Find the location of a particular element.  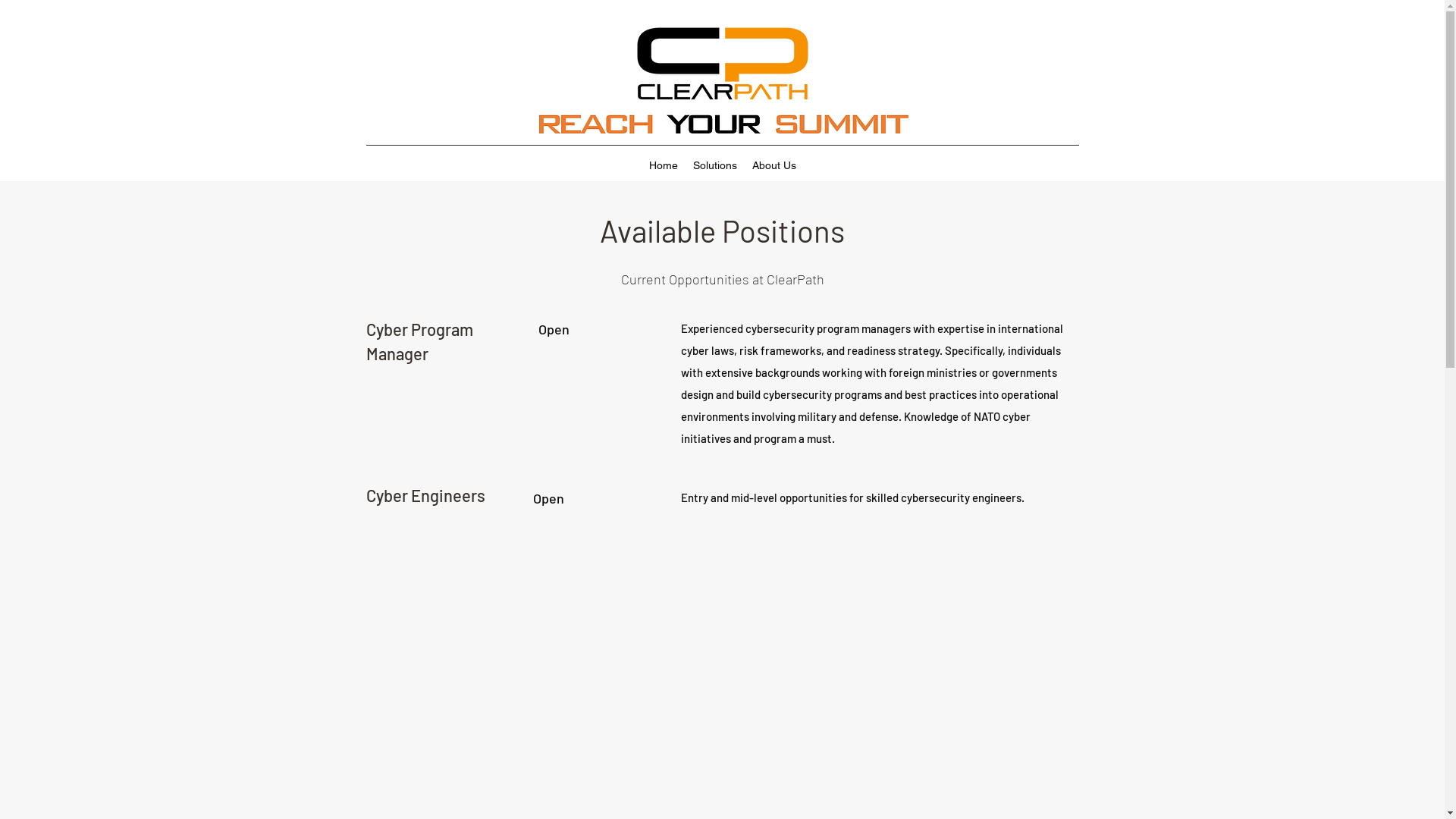

'About Us' is located at coordinates (774, 165).